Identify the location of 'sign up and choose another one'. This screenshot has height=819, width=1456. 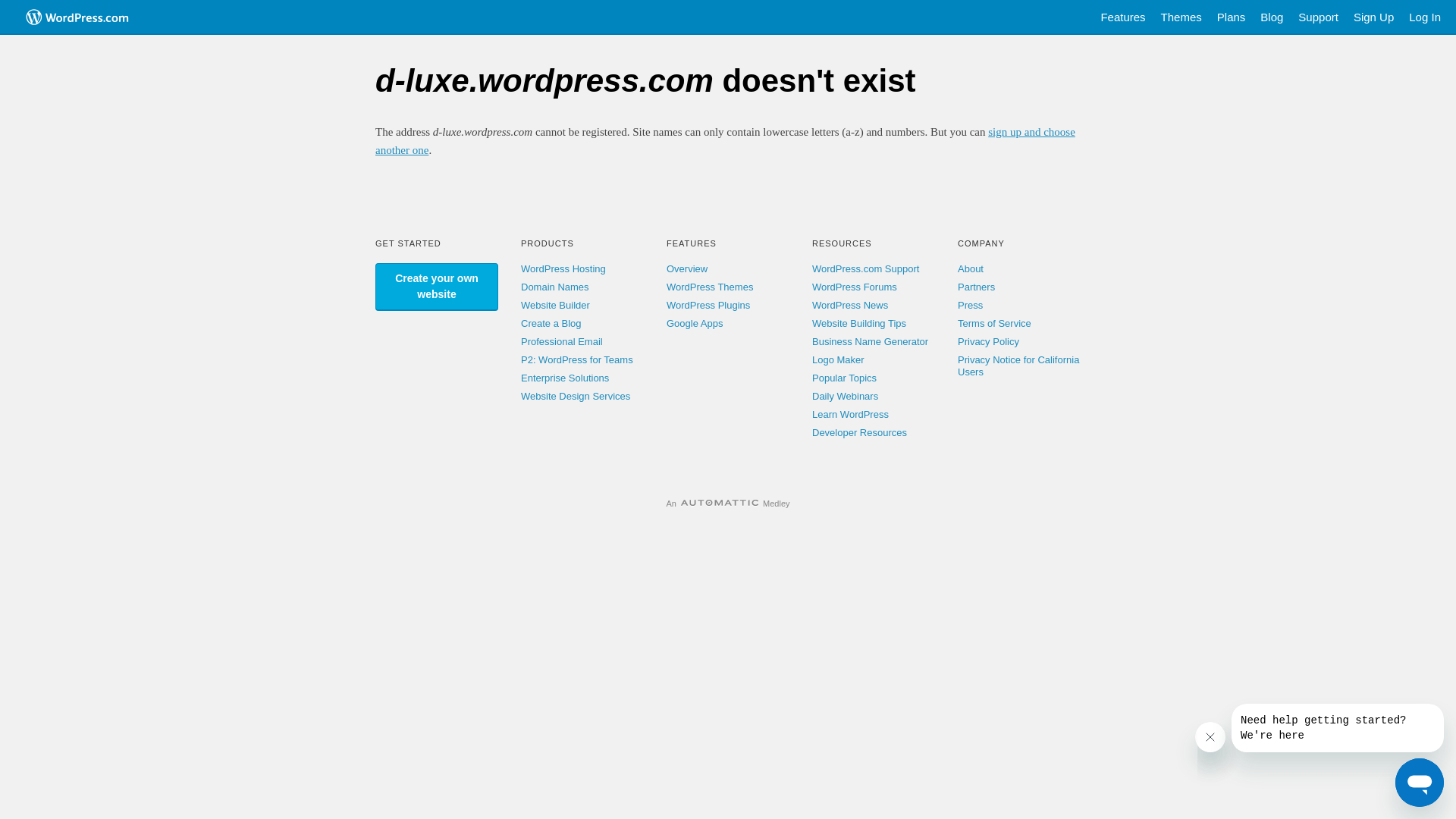
(375, 140).